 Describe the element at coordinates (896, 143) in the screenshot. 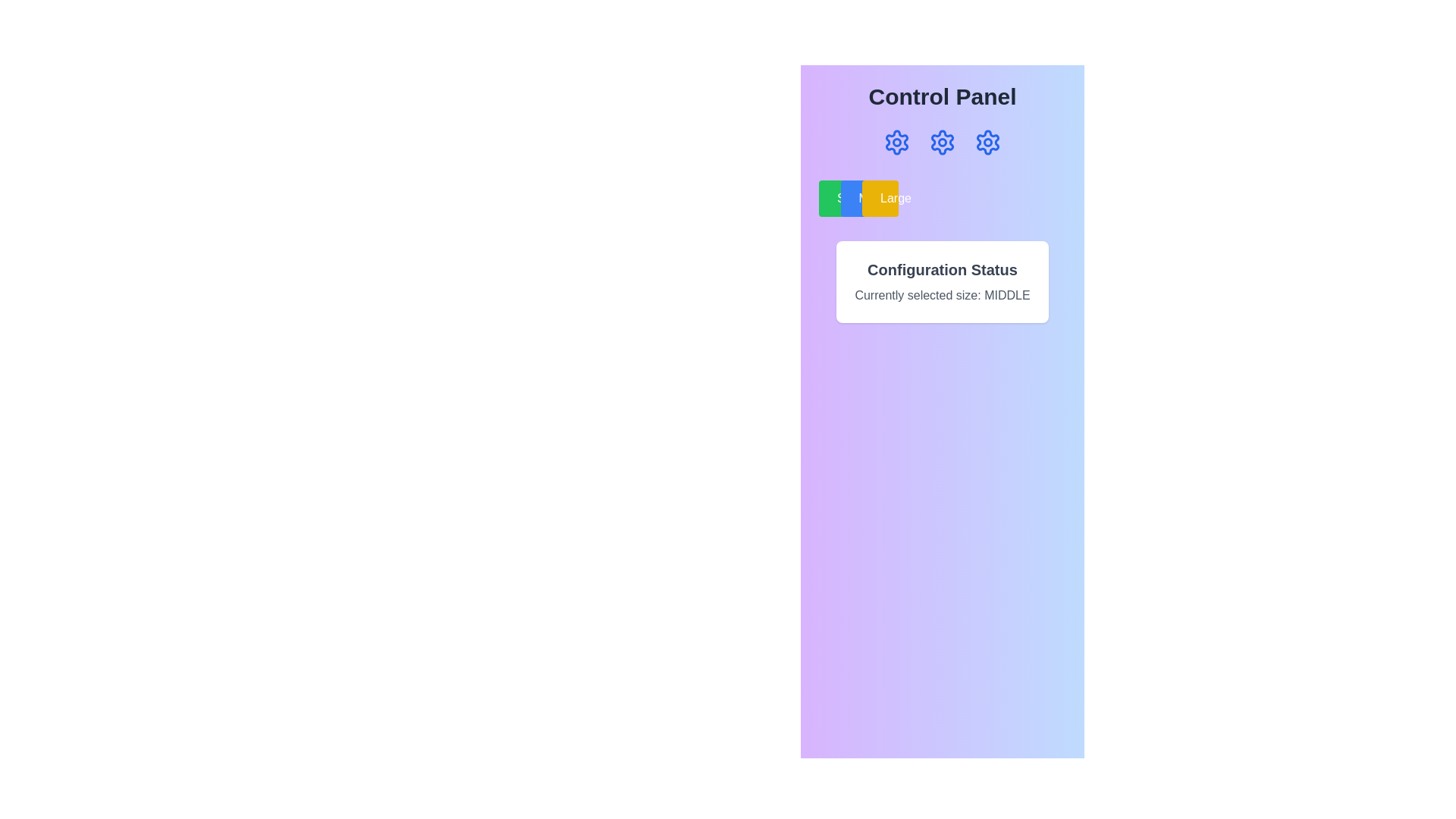

I see `the blue gear icon, which is the first icon in a series of three gear icons` at that location.